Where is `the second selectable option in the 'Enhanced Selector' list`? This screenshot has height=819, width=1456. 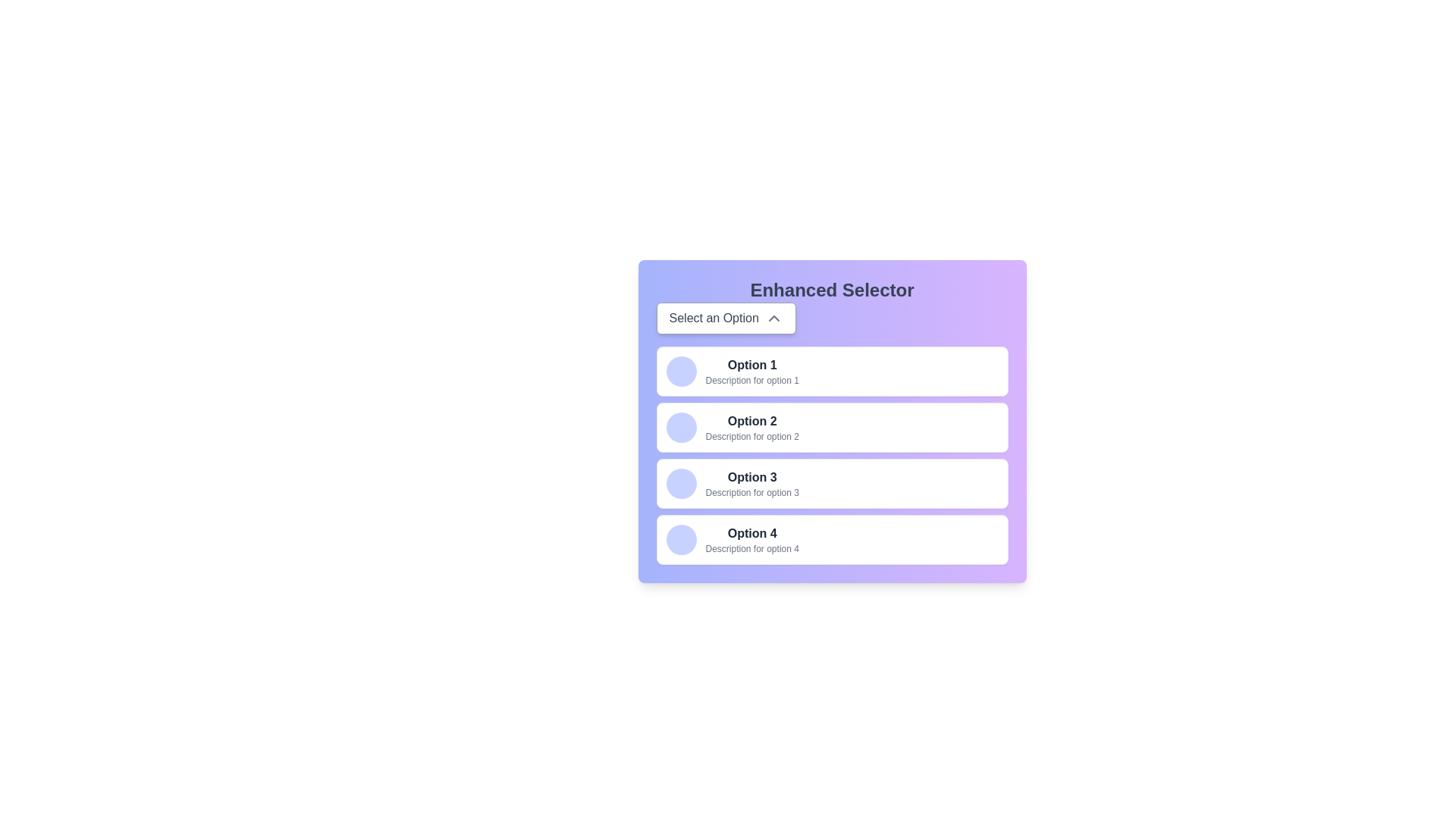 the second selectable option in the 'Enhanced Selector' list is located at coordinates (752, 427).